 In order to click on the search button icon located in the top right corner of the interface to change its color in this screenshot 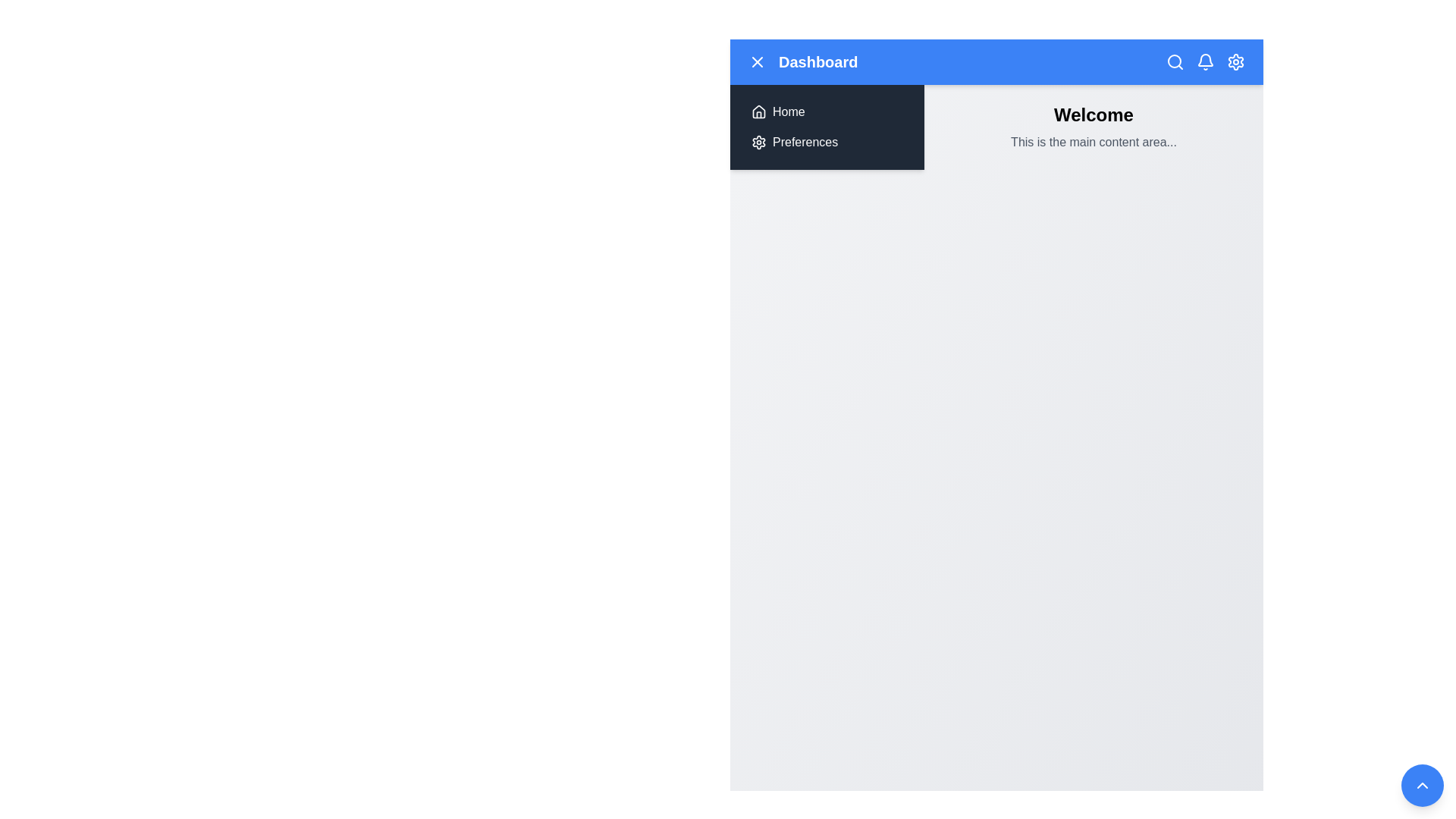, I will do `click(1175, 61)`.